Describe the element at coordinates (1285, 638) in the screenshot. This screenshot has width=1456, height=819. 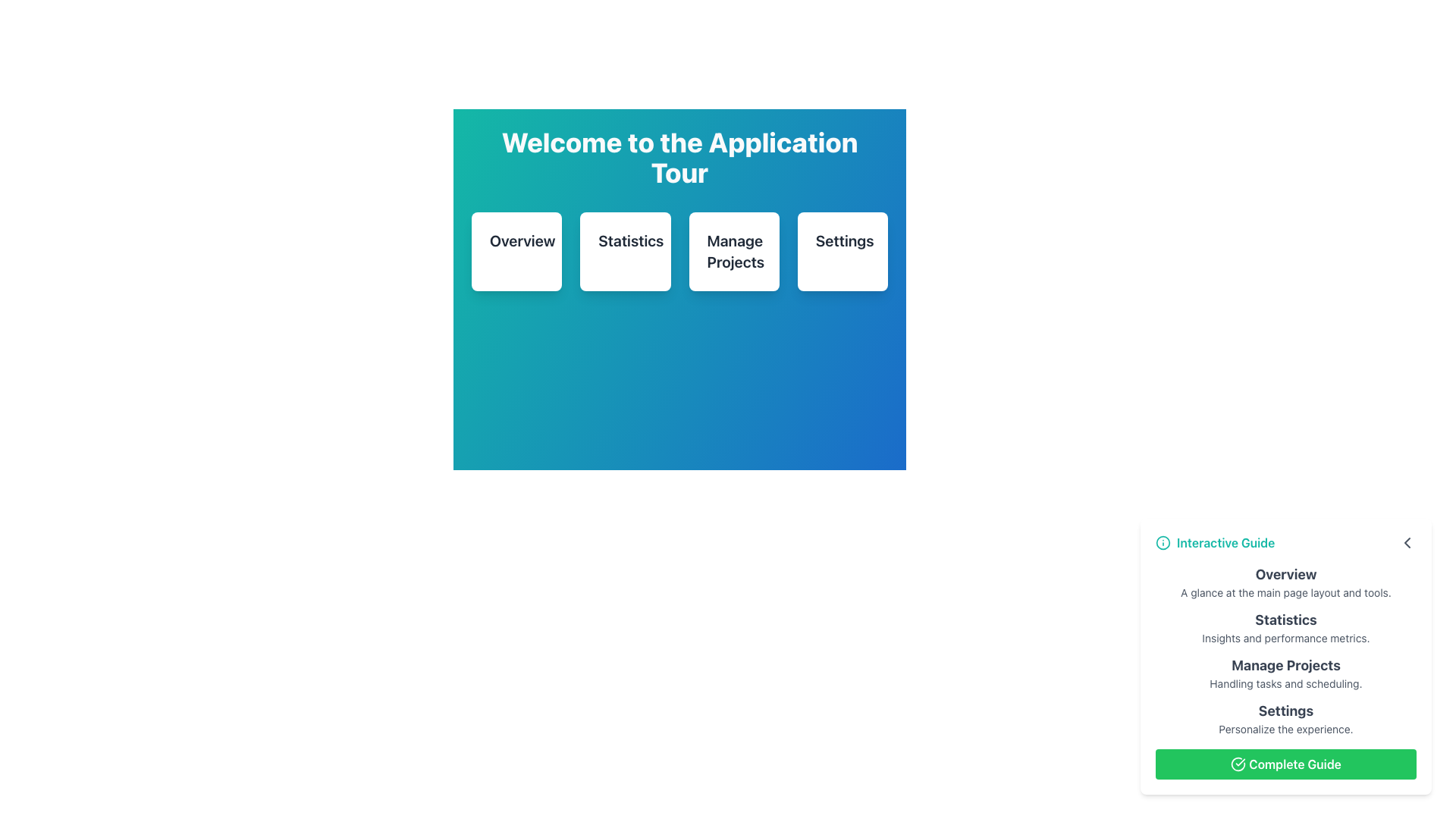
I see `the text block that displays 'Insights and performance metrics.' located below the heading 'Statistics' in the interactive guide` at that location.